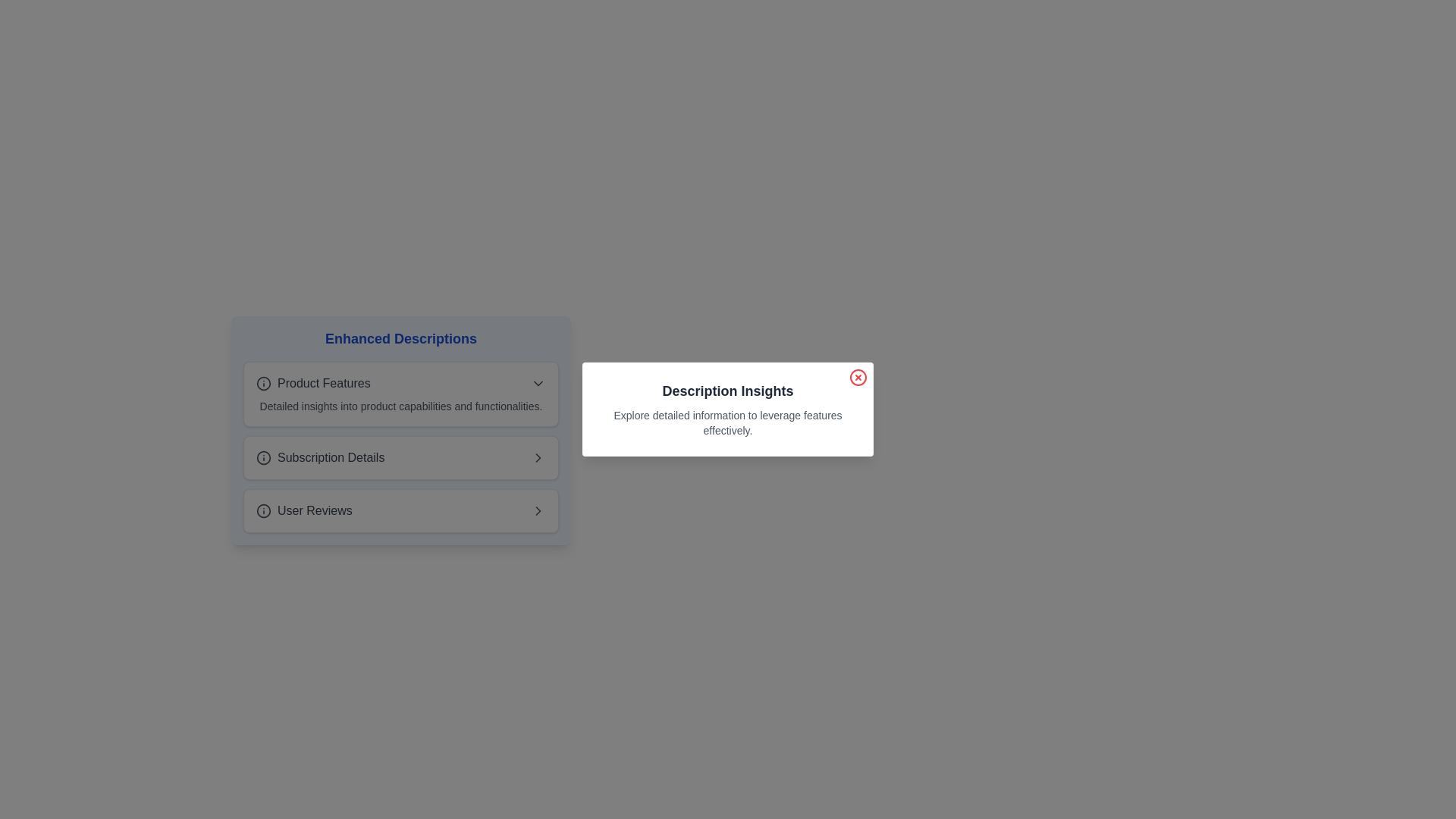  What do you see at coordinates (319, 457) in the screenshot?
I see `the 'Subscription Details' static text label` at bounding box center [319, 457].